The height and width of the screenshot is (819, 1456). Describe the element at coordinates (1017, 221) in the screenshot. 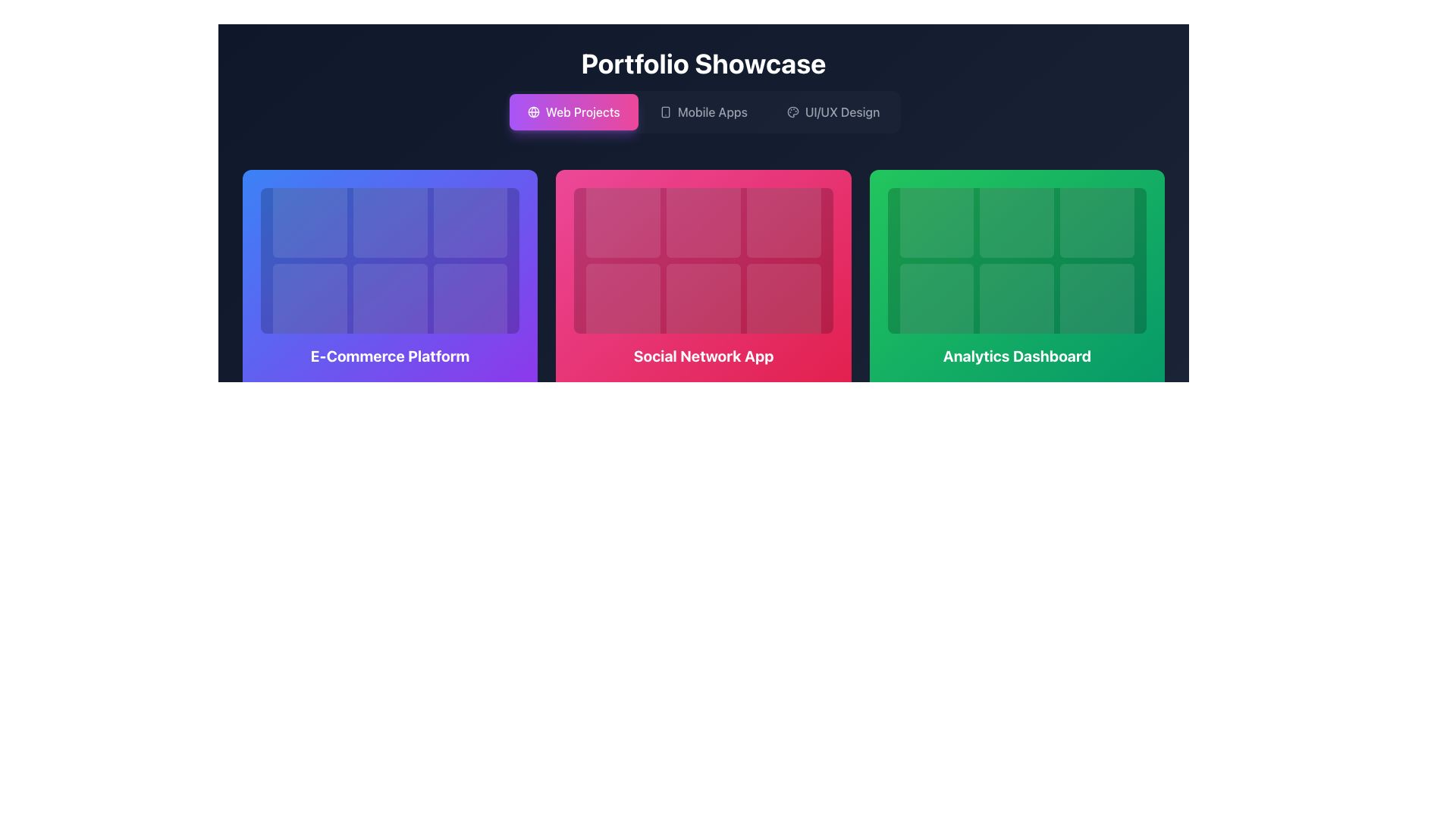

I see `the interactive placeholder card in the middle column of the first row within the 'Analytics Dashboard' section` at that location.